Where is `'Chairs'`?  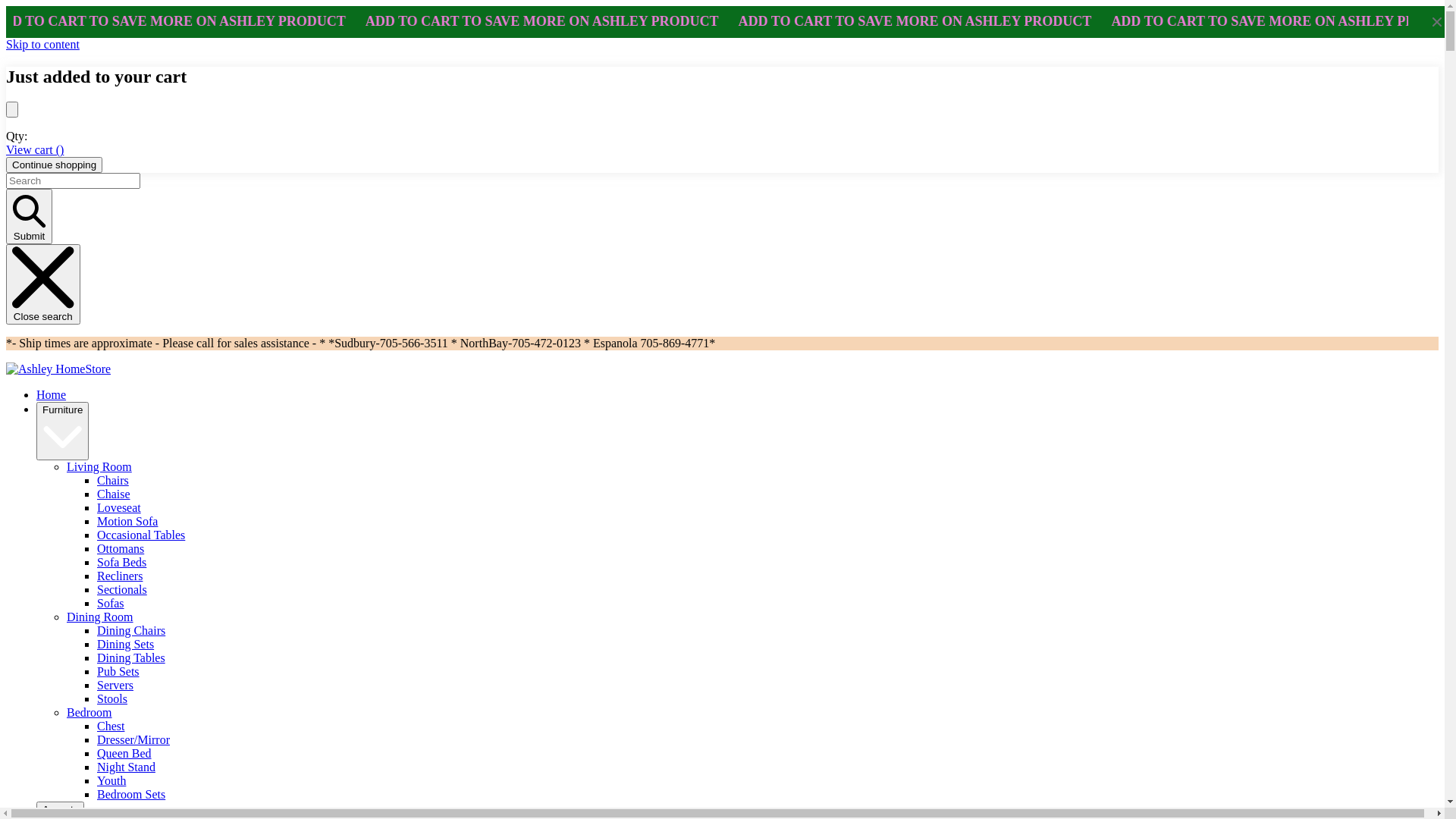
'Chairs' is located at coordinates (96, 480).